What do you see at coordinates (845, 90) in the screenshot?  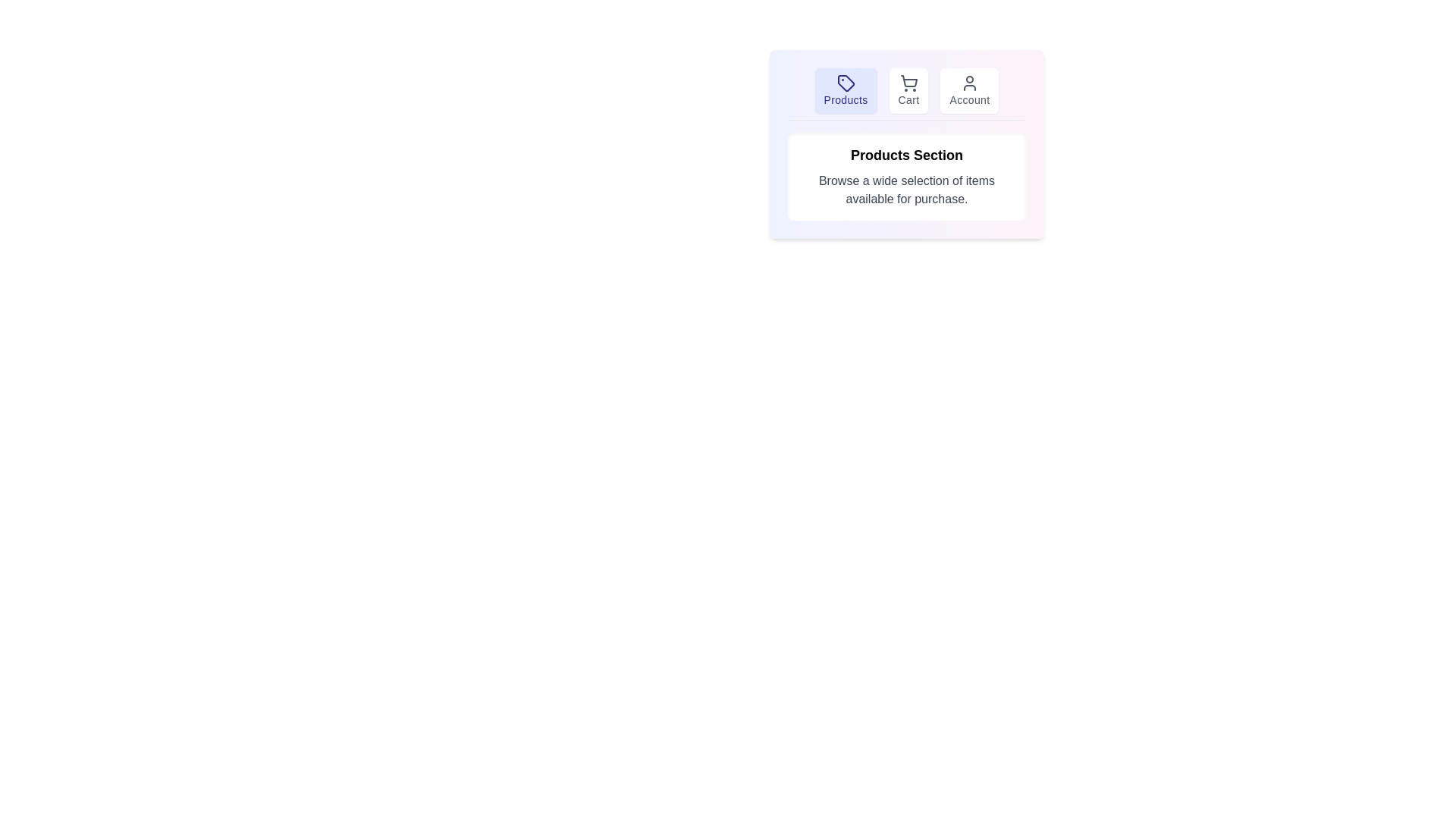 I see `the Products tab to navigate to its content` at bounding box center [845, 90].